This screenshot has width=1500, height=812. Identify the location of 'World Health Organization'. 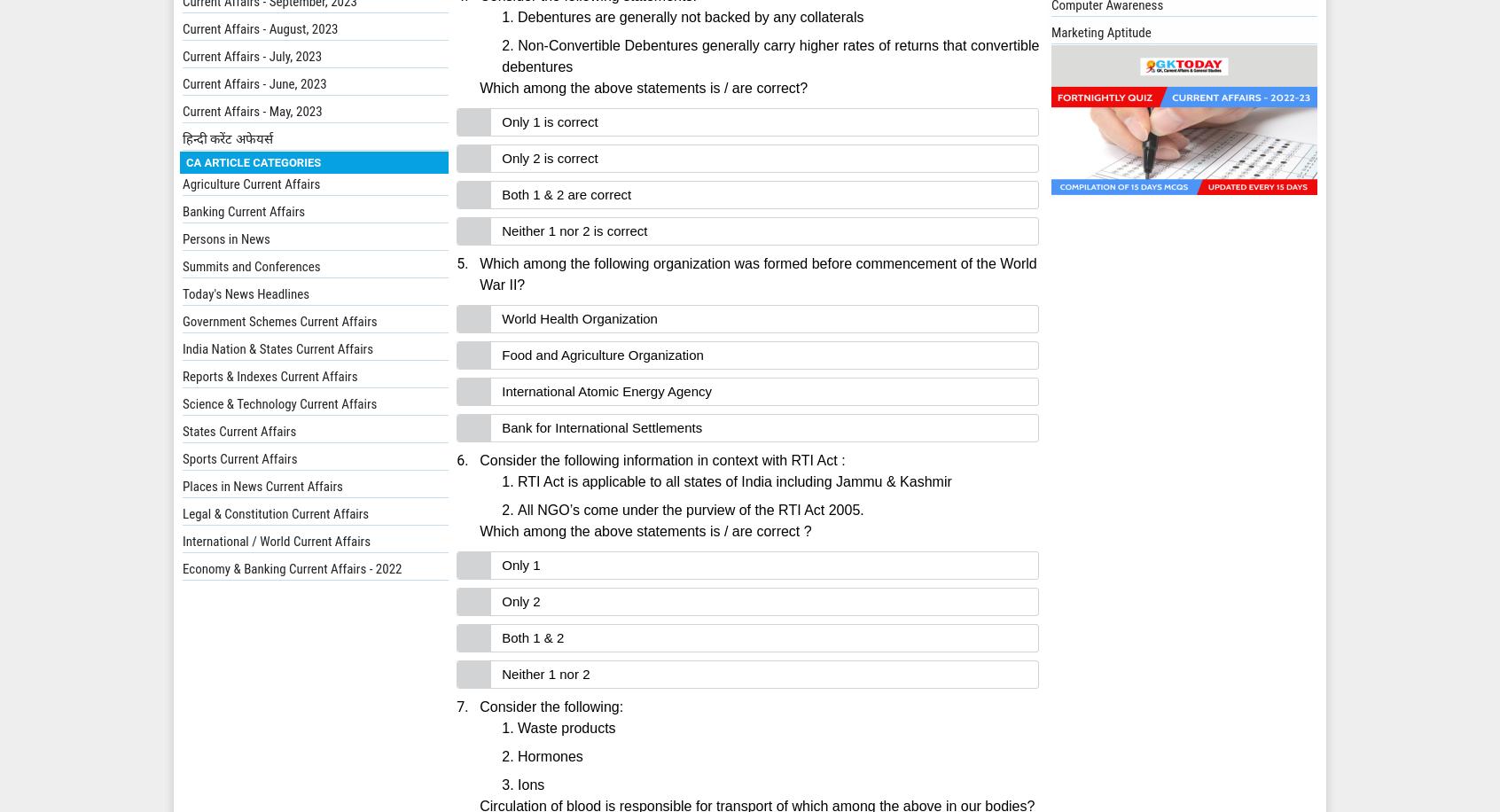
(579, 318).